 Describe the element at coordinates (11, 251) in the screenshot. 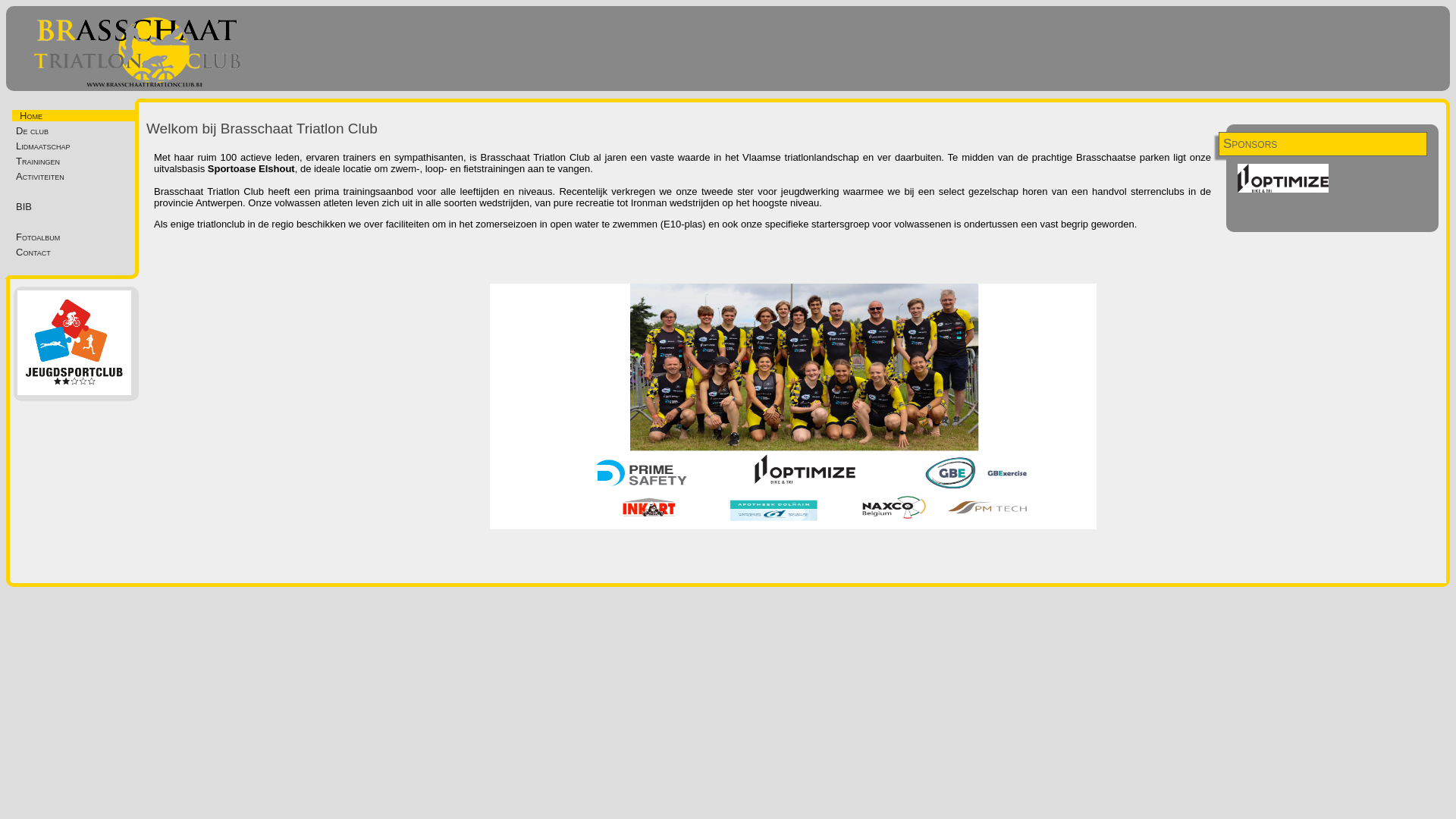

I see `'Contact'` at that location.